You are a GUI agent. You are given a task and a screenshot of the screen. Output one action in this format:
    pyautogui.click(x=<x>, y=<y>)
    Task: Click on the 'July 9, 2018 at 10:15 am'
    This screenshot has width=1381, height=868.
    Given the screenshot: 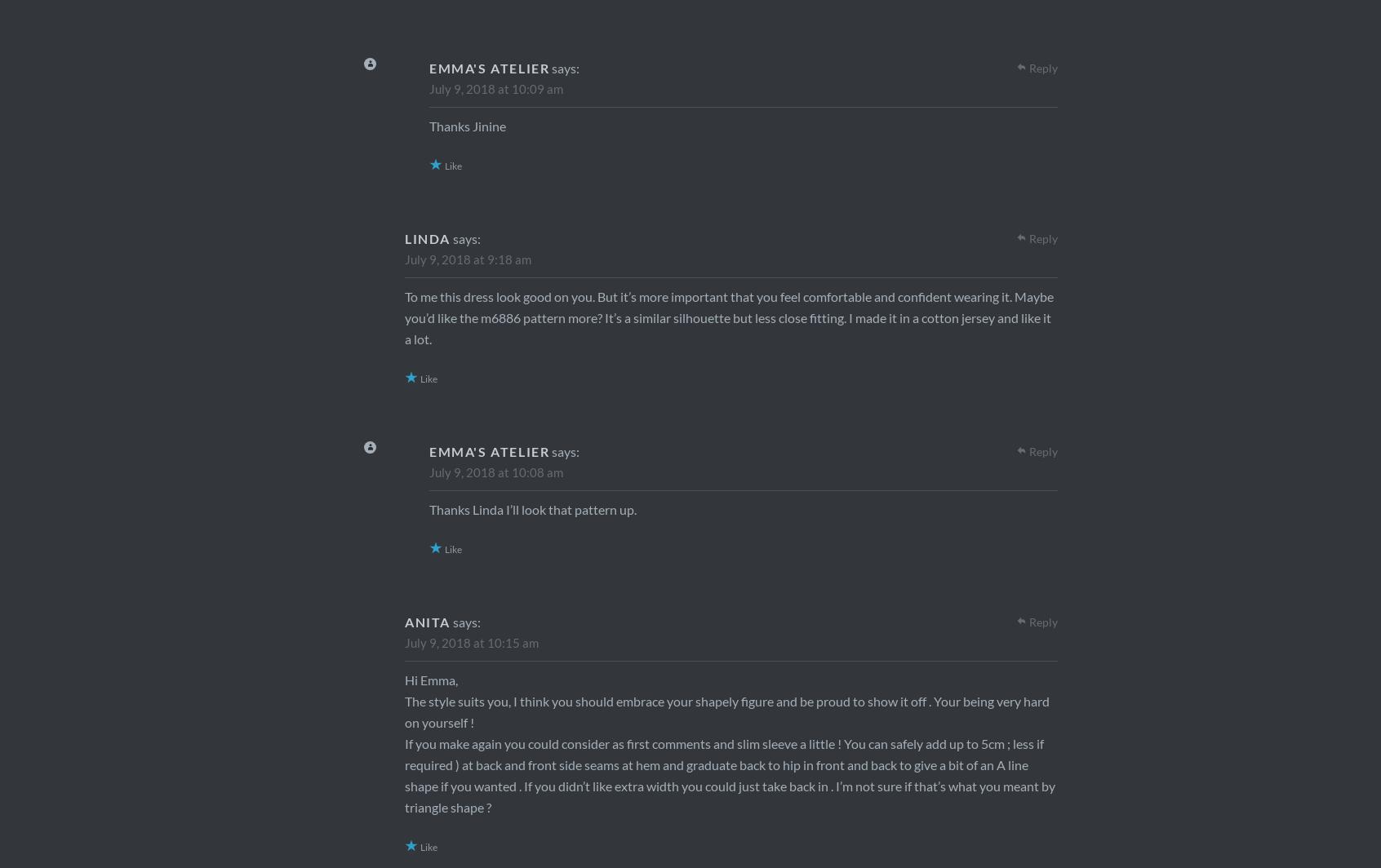 What is the action you would take?
    pyautogui.click(x=470, y=642)
    